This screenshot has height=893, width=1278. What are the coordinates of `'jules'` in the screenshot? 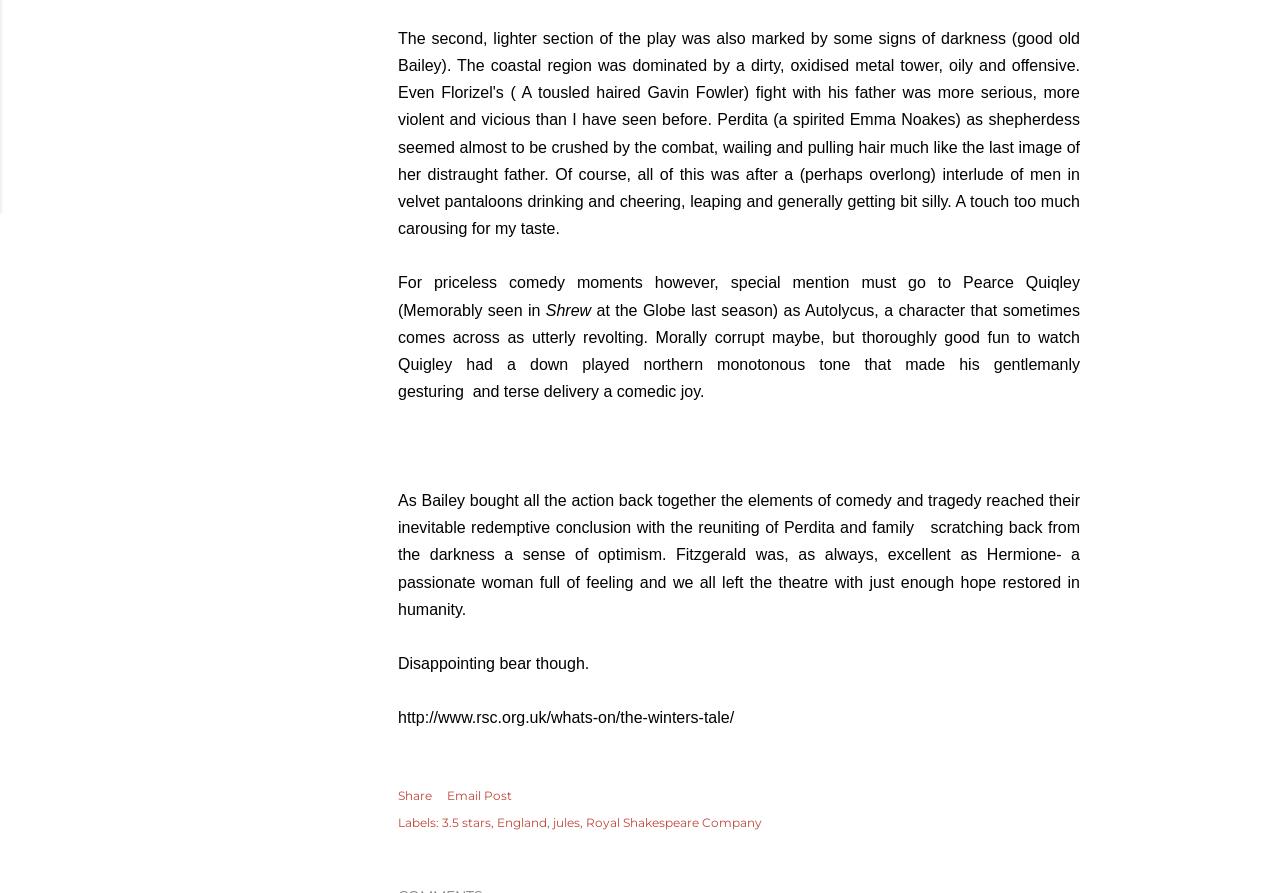 It's located at (566, 821).